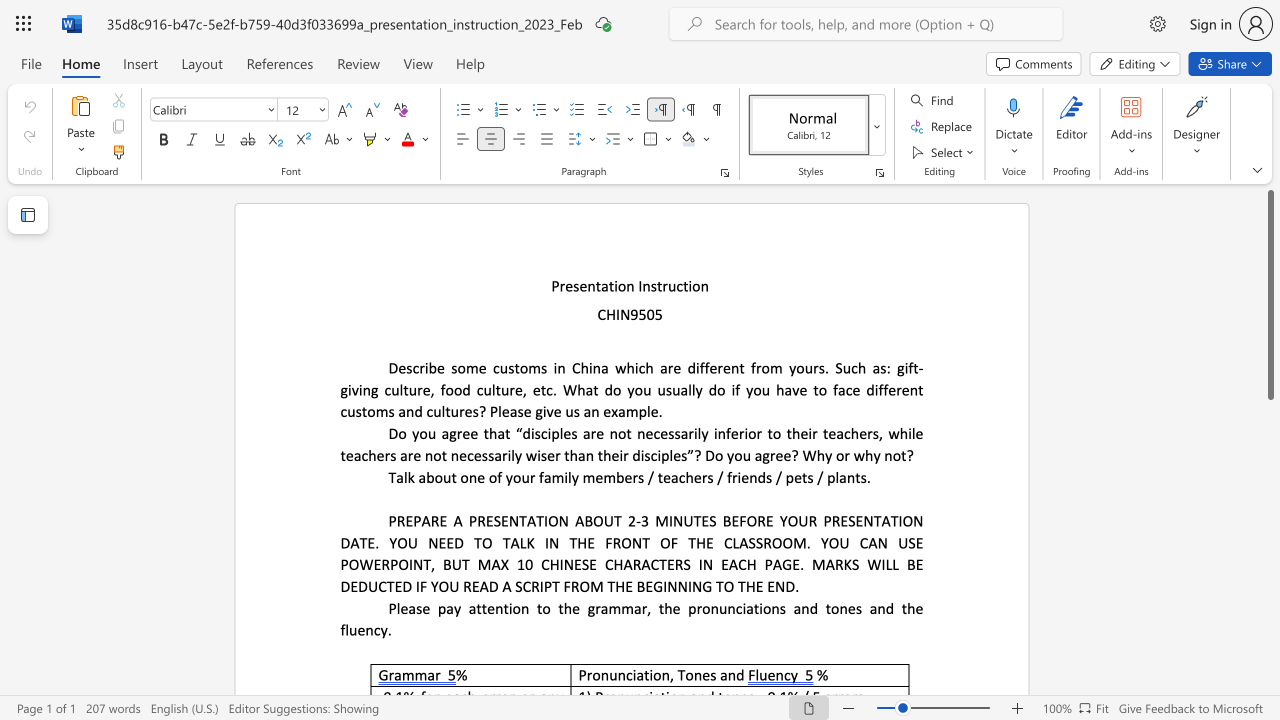 This screenshot has height=720, width=1280. Describe the element at coordinates (373, 630) in the screenshot. I see `the subset text "cy." within the text "Please pay attention to the grammar, the pronunciations and tones and the fluency."` at that location.